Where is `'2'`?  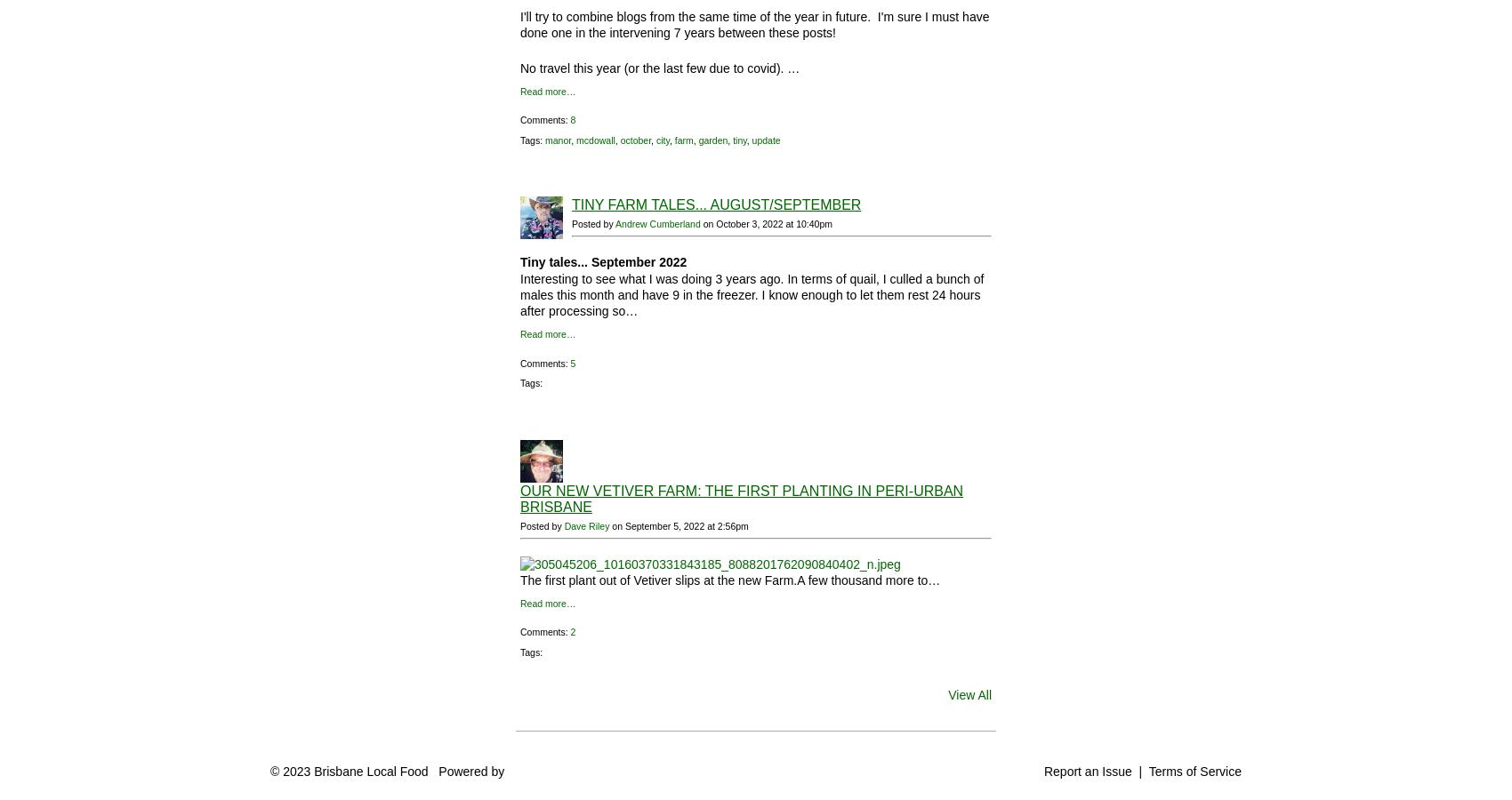
'2' is located at coordinates (572, 631).